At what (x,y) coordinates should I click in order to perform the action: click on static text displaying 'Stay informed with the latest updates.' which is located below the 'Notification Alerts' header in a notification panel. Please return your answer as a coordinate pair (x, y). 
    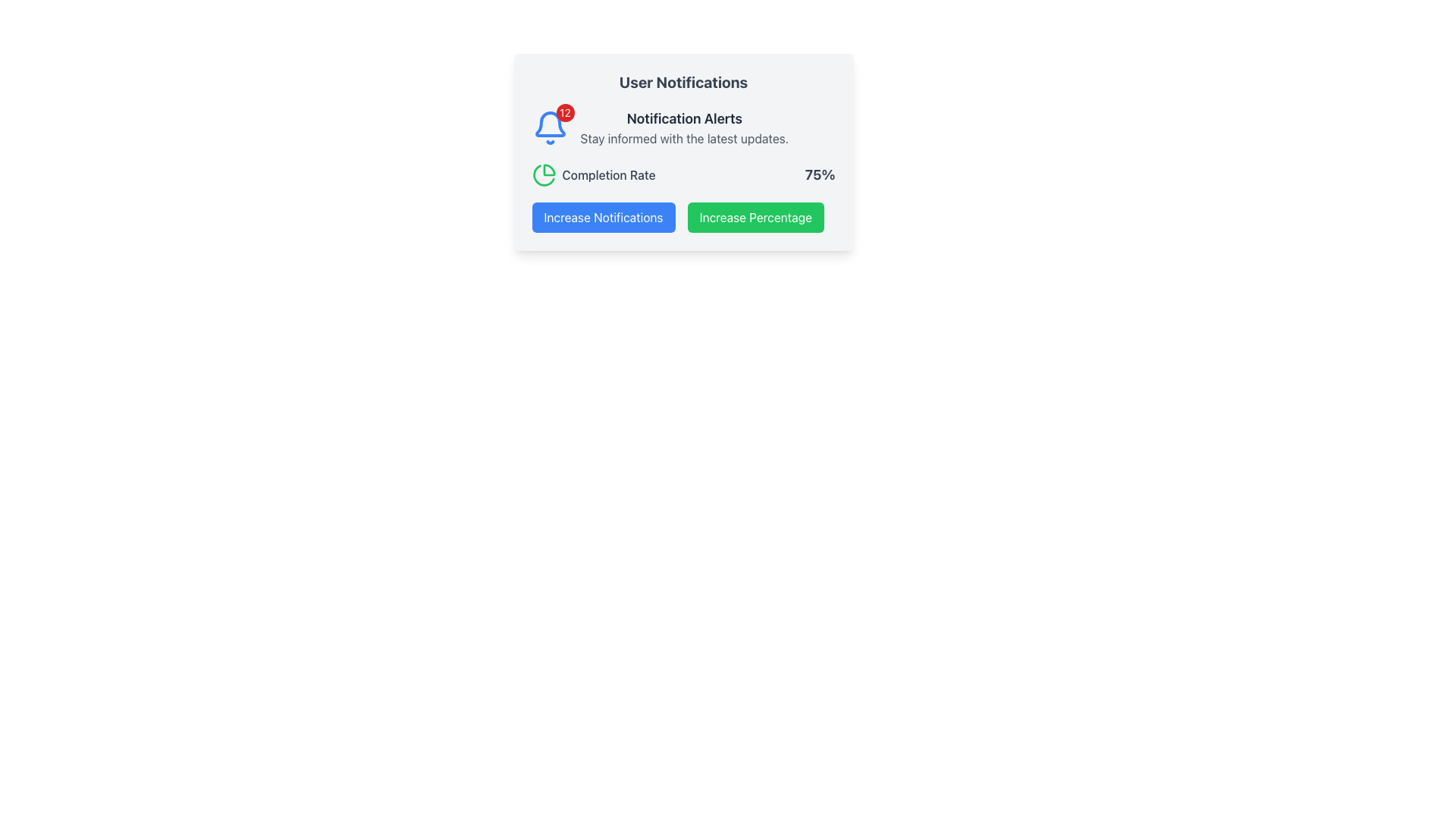
    Looking at the image, I should click on (683, 138).